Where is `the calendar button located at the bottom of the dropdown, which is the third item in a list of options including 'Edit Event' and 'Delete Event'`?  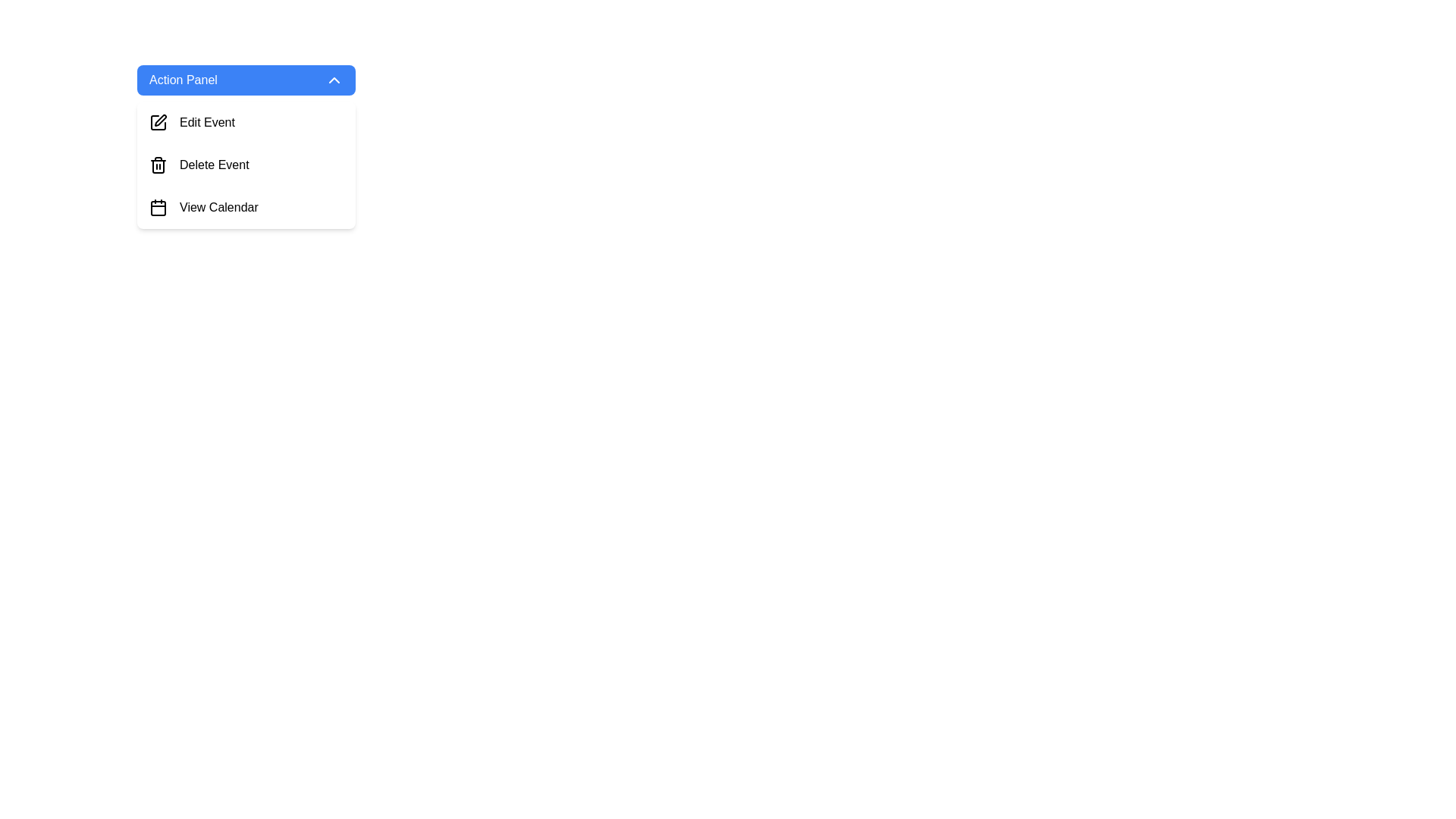
the calendar button located at the bottom of the dropdown, which is the third item in a list of options including 'Edit Event' and 'Delete Event' is located at coordinates (246, 207).